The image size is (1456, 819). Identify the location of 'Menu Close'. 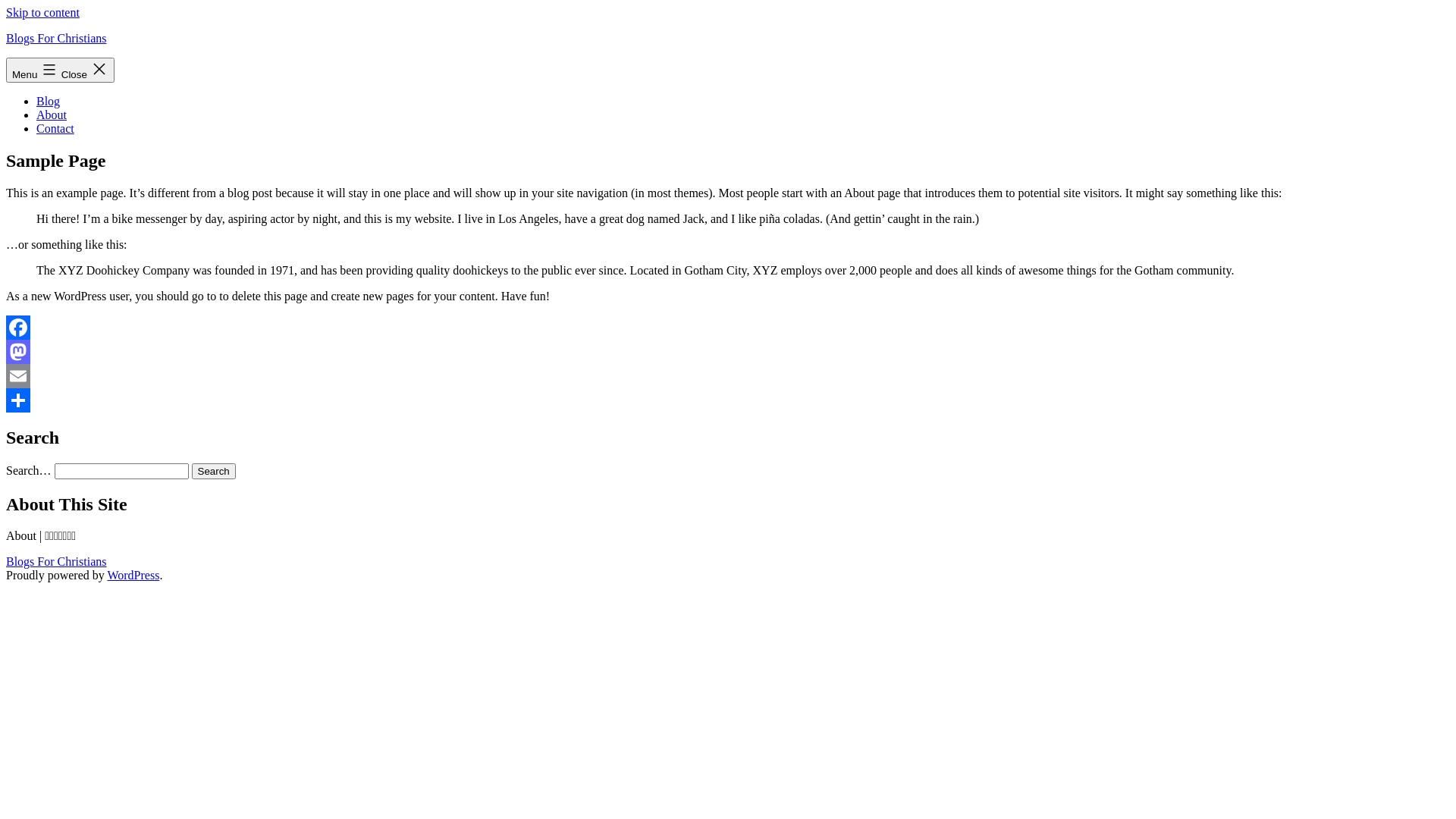
(60, 70).